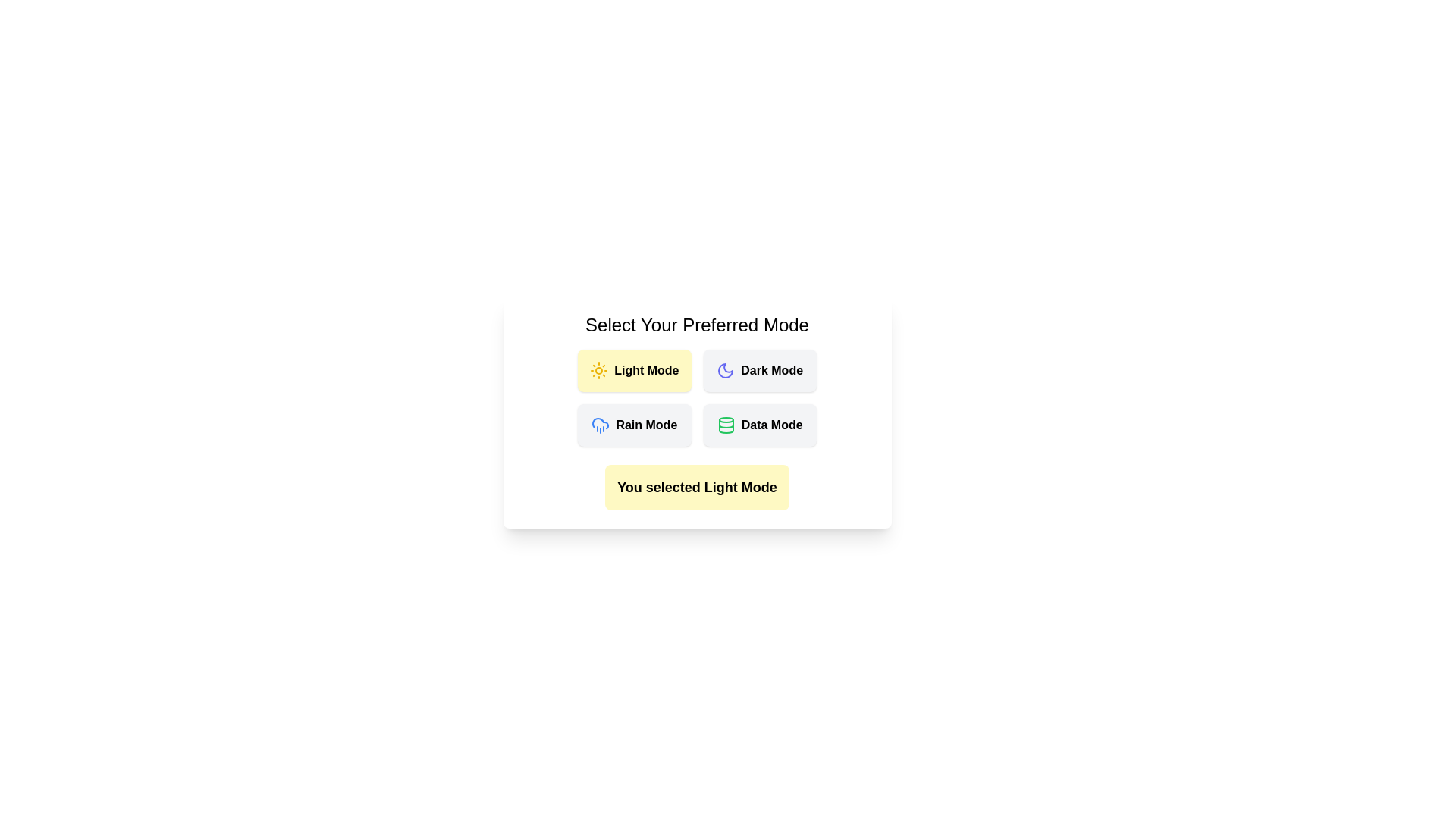  Describe the element at coordinates (696, 324) in the screenshot. I see `the text label or heading that serves as a guide for the selection of mode options, positioned above the grid of 'Light Mode', 'Dark Mode', 'Rain Mode', and 'Data Mode'` at that location.